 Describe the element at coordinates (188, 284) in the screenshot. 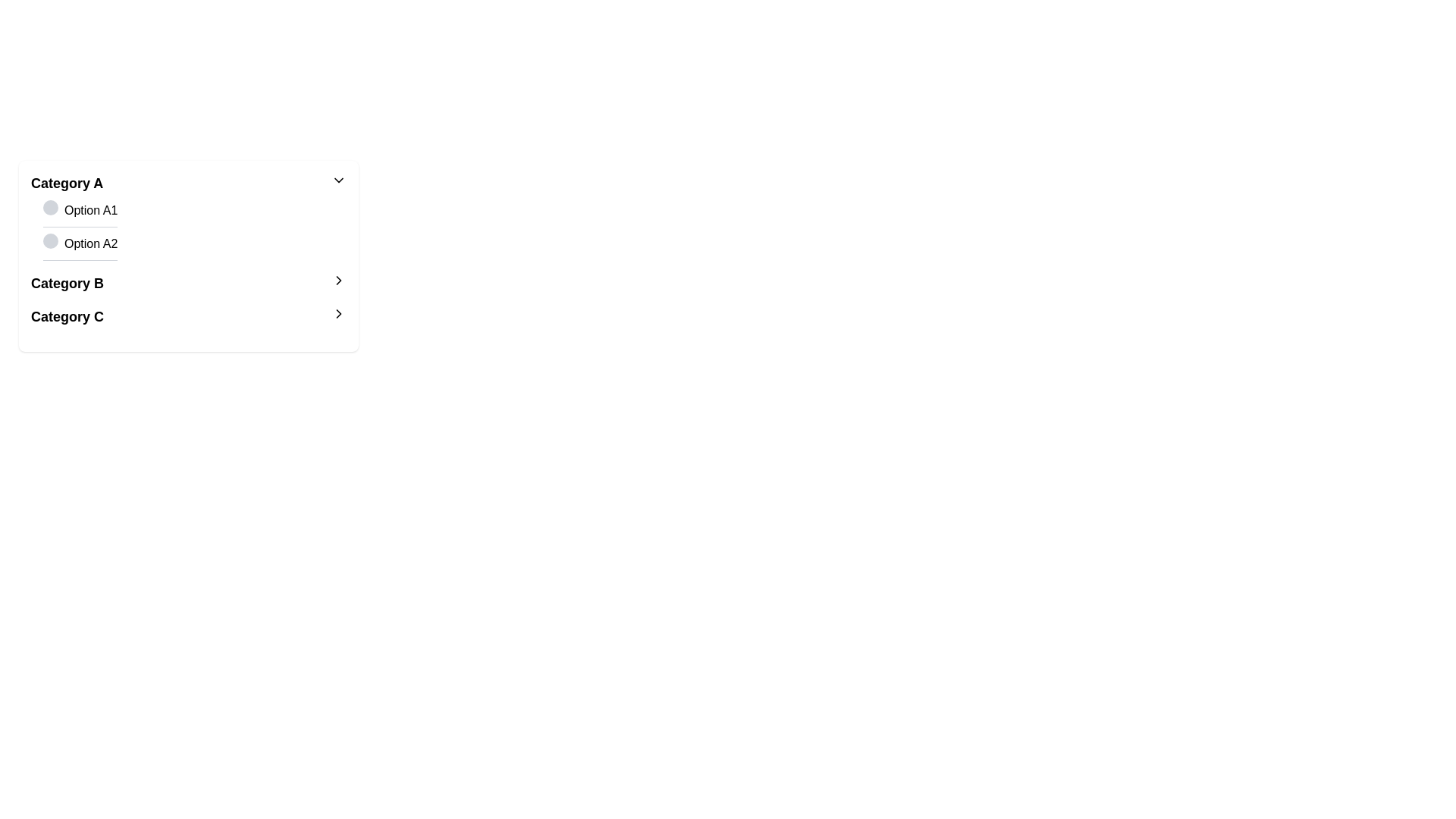

I see `the second button in the vertical menu that leads to 'Category B'` at that location.